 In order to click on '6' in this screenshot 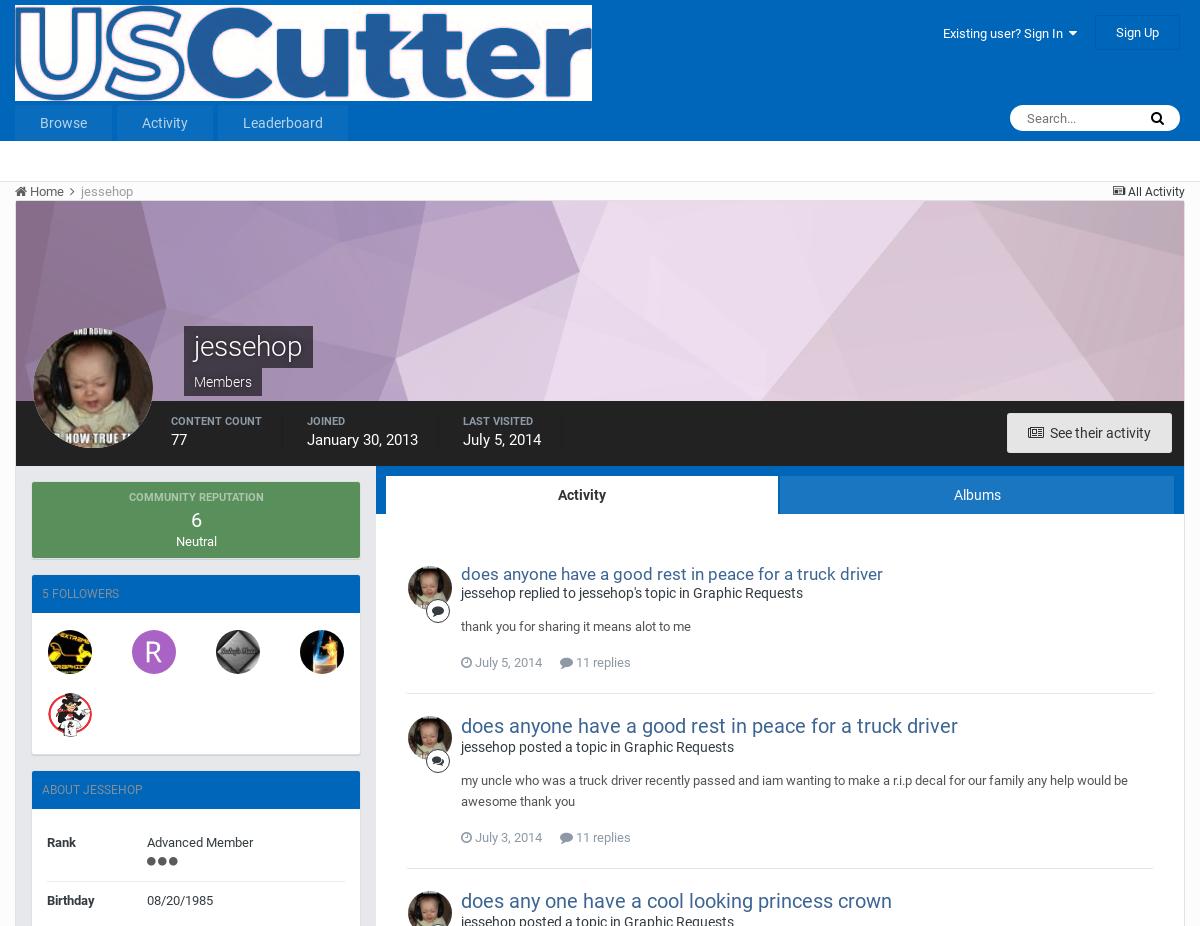, I will do `click(194, 519)`.